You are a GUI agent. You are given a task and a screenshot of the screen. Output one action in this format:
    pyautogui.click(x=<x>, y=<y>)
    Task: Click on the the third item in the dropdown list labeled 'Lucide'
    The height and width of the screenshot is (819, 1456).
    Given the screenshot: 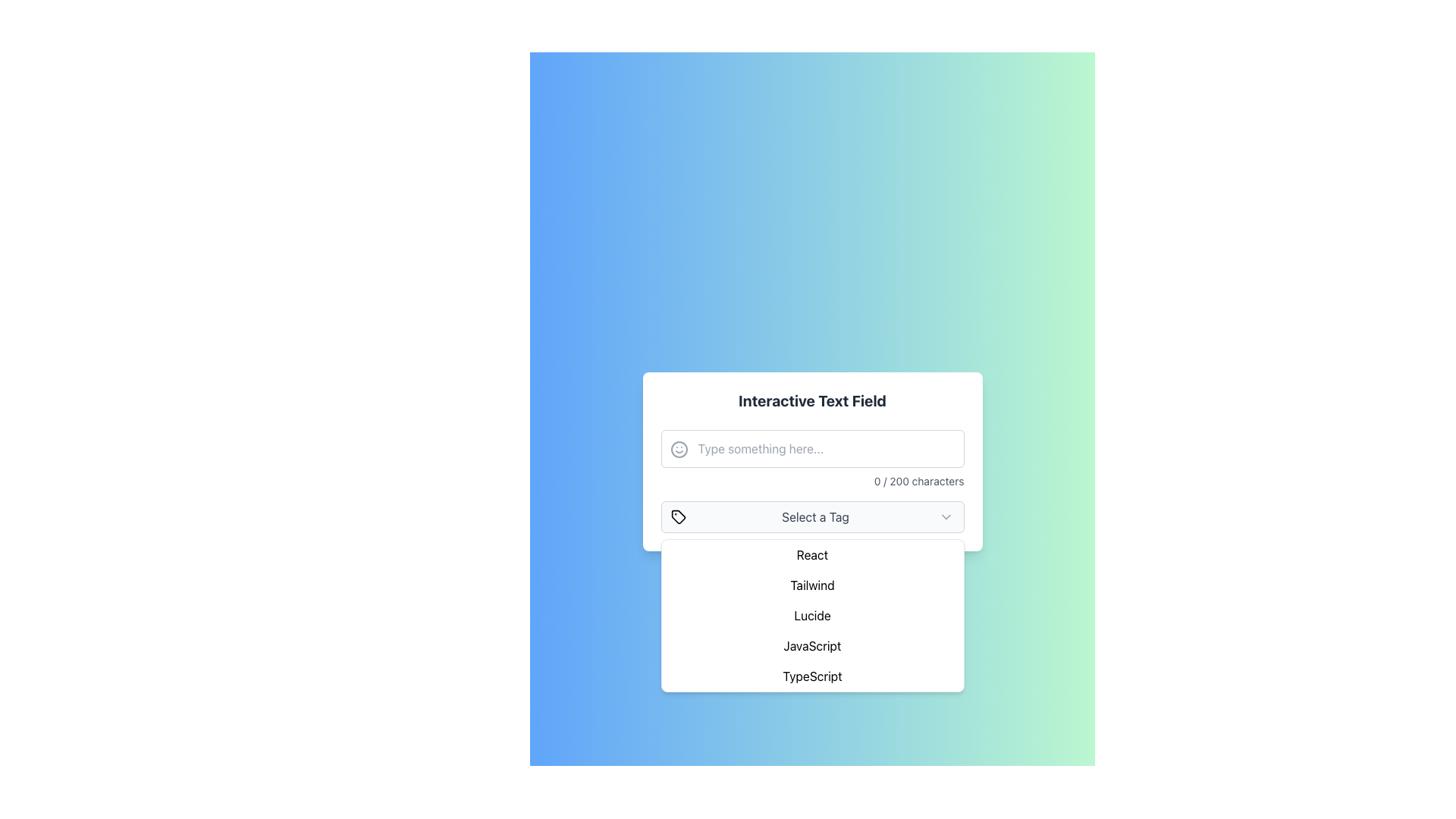 What is the action you would take?
    pyautogui.click(x=811, y=616)
    